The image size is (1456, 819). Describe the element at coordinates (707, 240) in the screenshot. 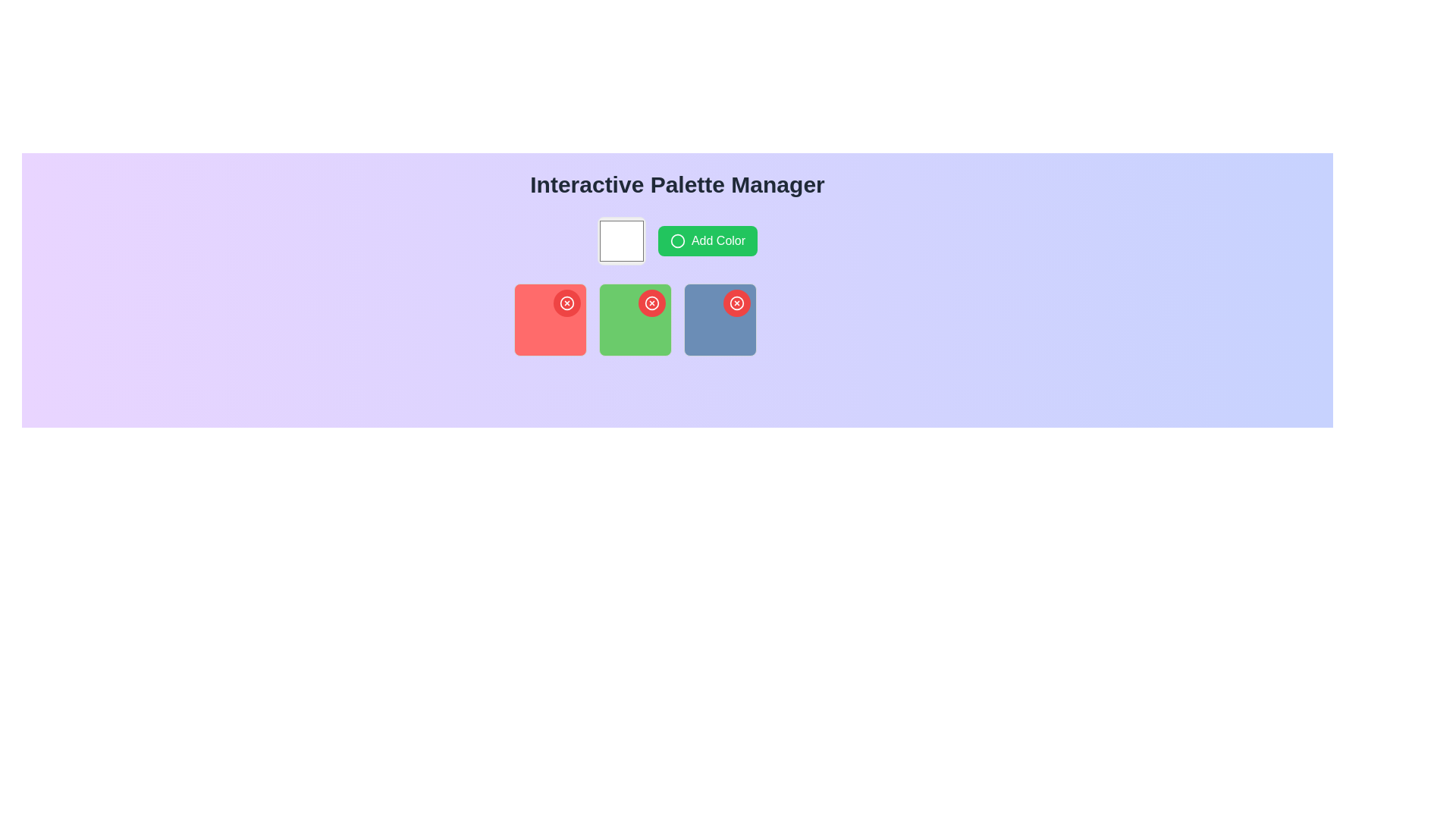

I see `the interactive button to add a new color to the palette, located below the title 'Interactive Palette Manager' and next to the color-picker box` at that location.